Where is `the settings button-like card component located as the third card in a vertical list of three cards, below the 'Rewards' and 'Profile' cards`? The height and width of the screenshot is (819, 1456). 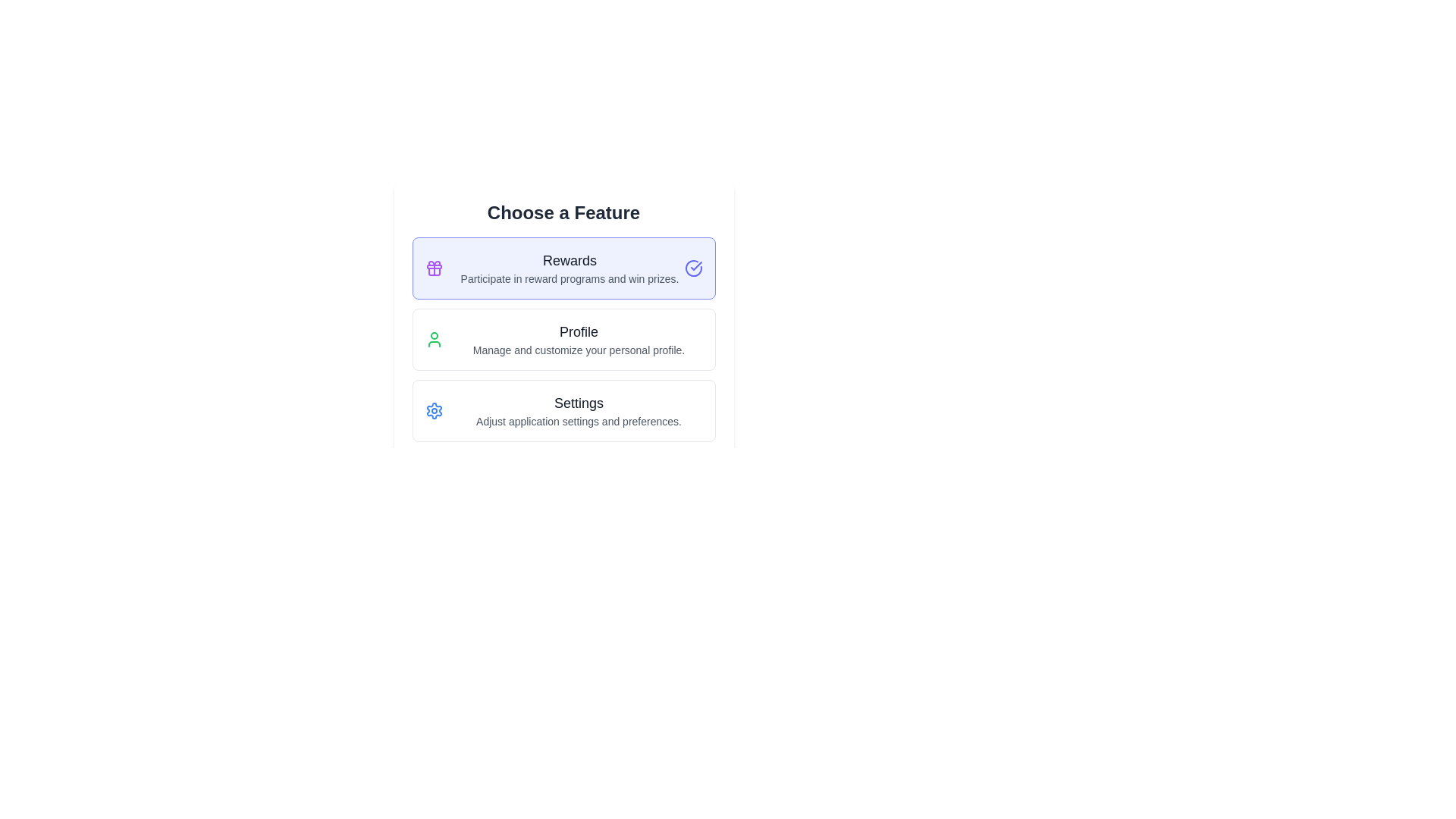 the settings button-like card component located as the third card in a vertical list of three cards, below the 'Rewards' and 'Profile' cards is located at coordinates (563, 411).